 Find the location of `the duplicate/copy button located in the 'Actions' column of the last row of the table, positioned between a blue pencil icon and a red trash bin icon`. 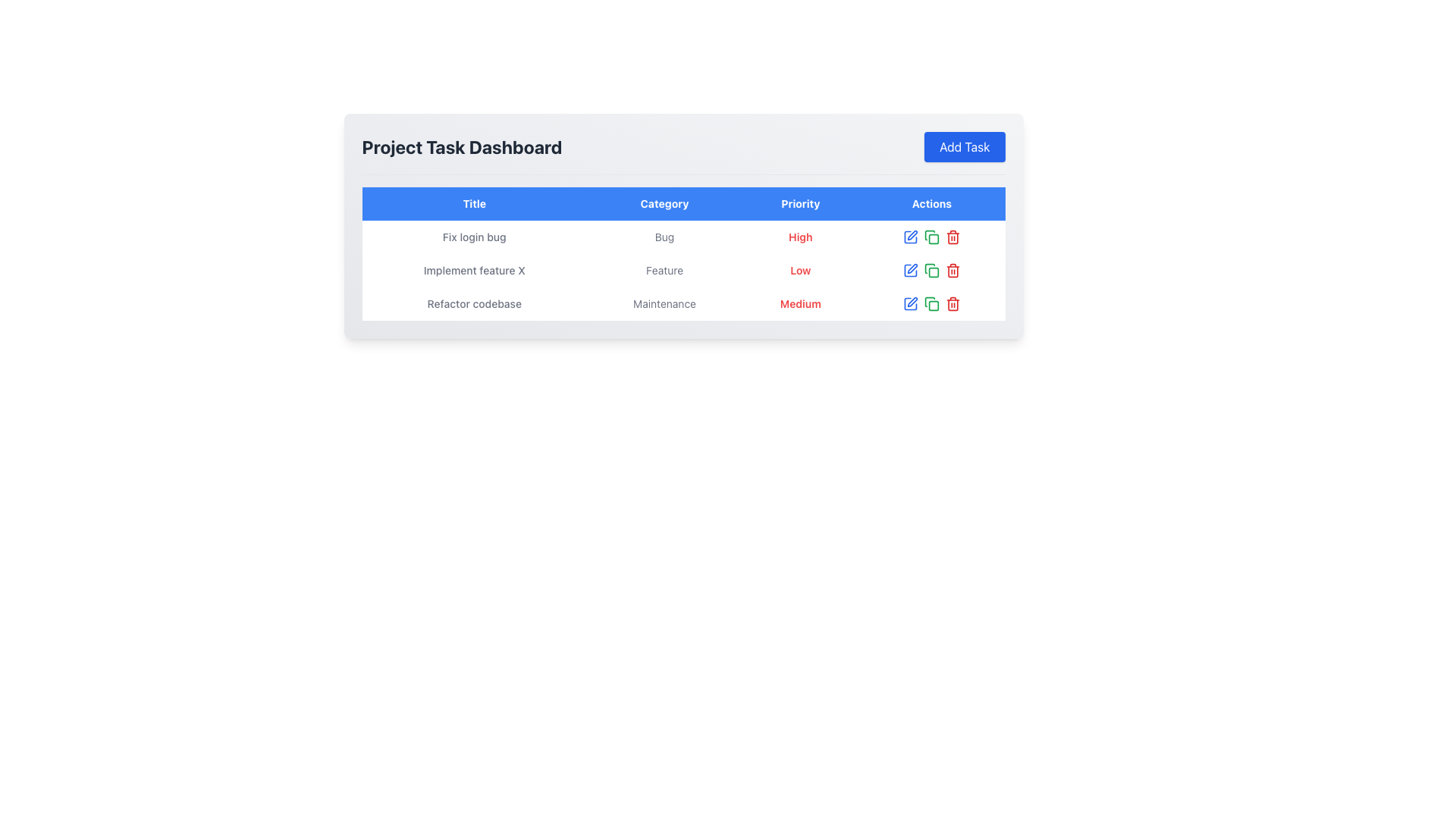

the duplicate/copy button located in the 'Actions' column of the last row of the table, positioned between a blue pencil icon and a red trash bin icon is located at coordinates (930, 304).